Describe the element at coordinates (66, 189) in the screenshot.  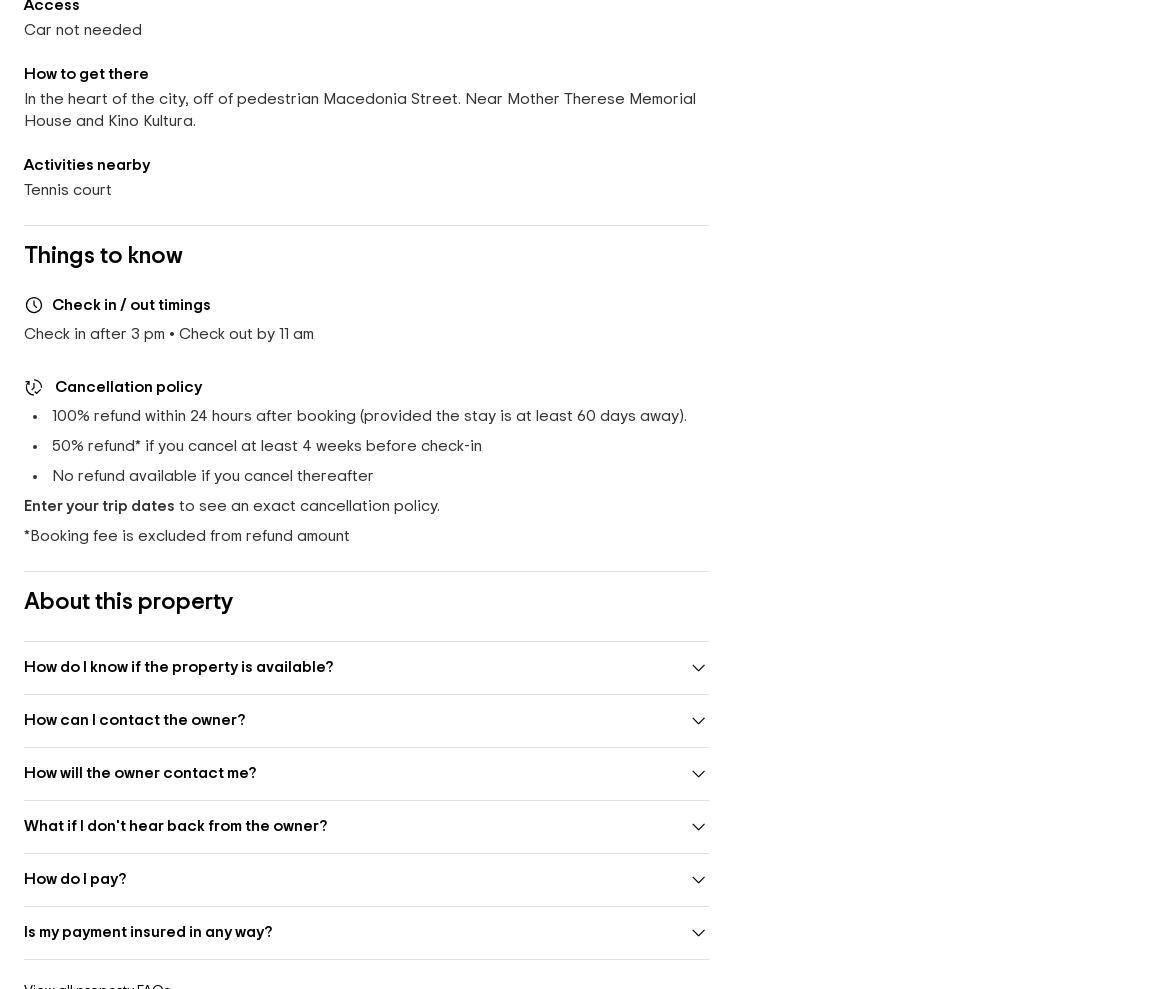
I see `'Tennis court'` at that location.